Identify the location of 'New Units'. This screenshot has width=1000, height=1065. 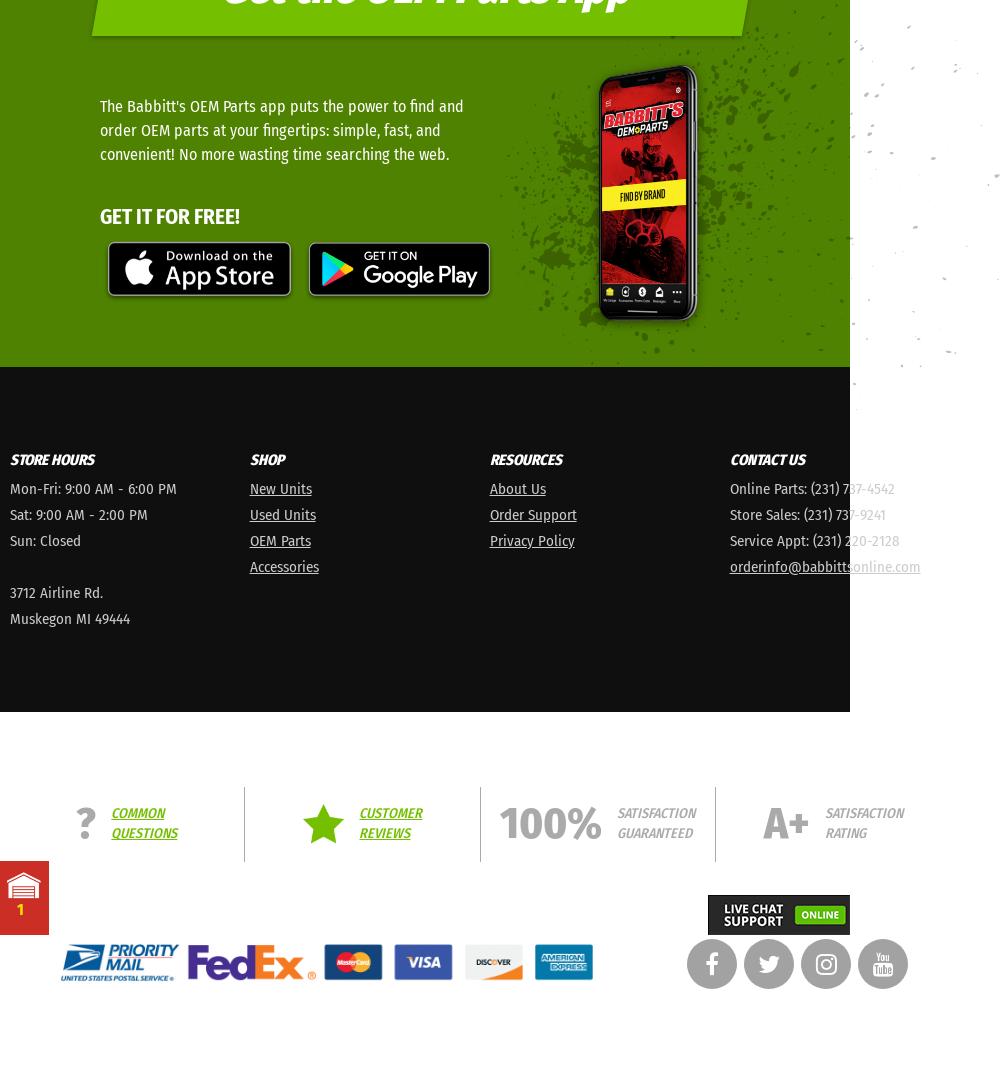
(280, 486).